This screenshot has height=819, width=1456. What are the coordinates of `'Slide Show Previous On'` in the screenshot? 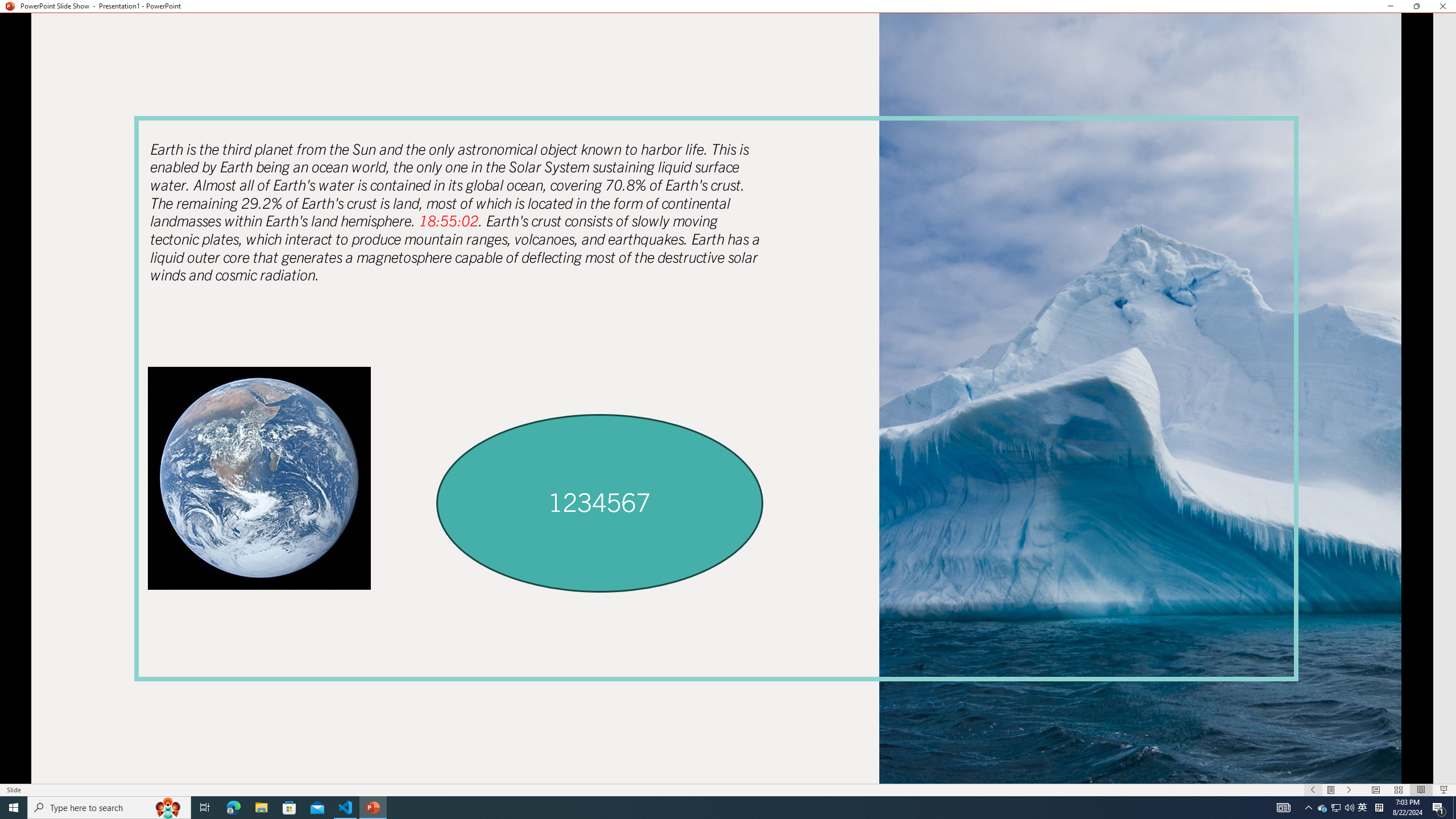 It's located at (1313, 790).